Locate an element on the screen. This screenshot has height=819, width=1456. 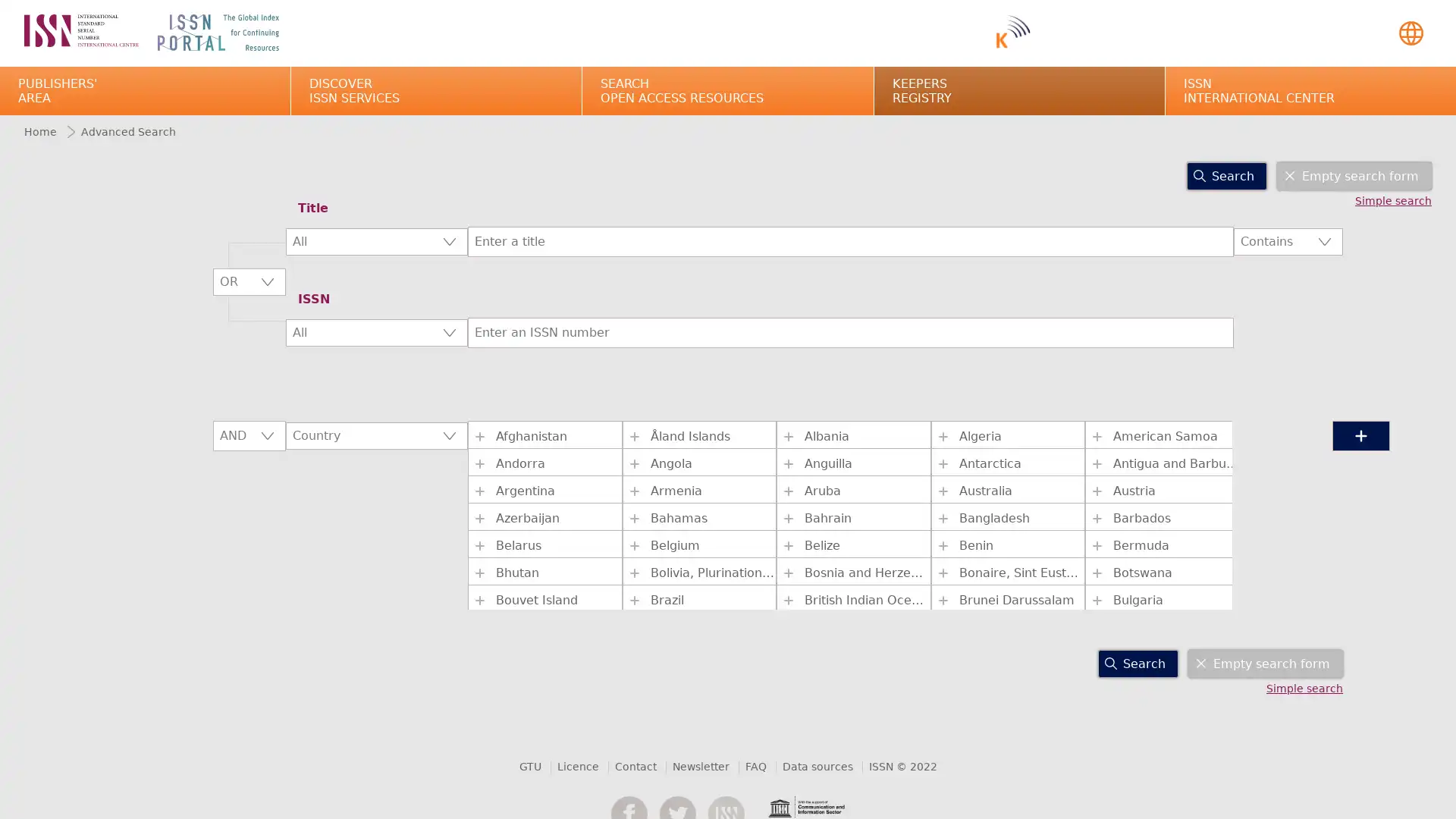
+ is located at coordinates (1360, 435).